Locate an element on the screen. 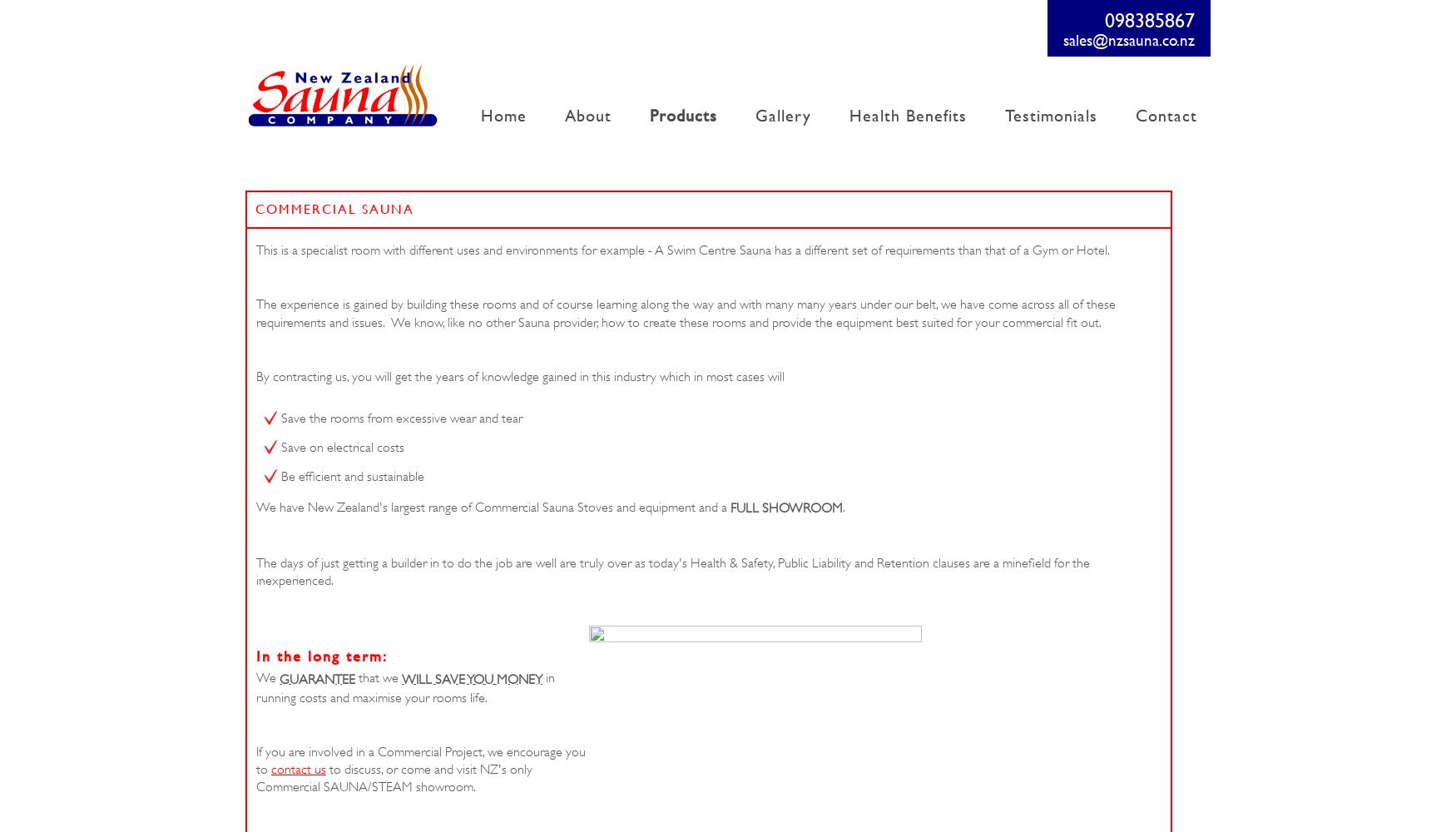 The height and width of the screenshot is (832, 1456). 'contact us' is located at coordinates (271, 770).